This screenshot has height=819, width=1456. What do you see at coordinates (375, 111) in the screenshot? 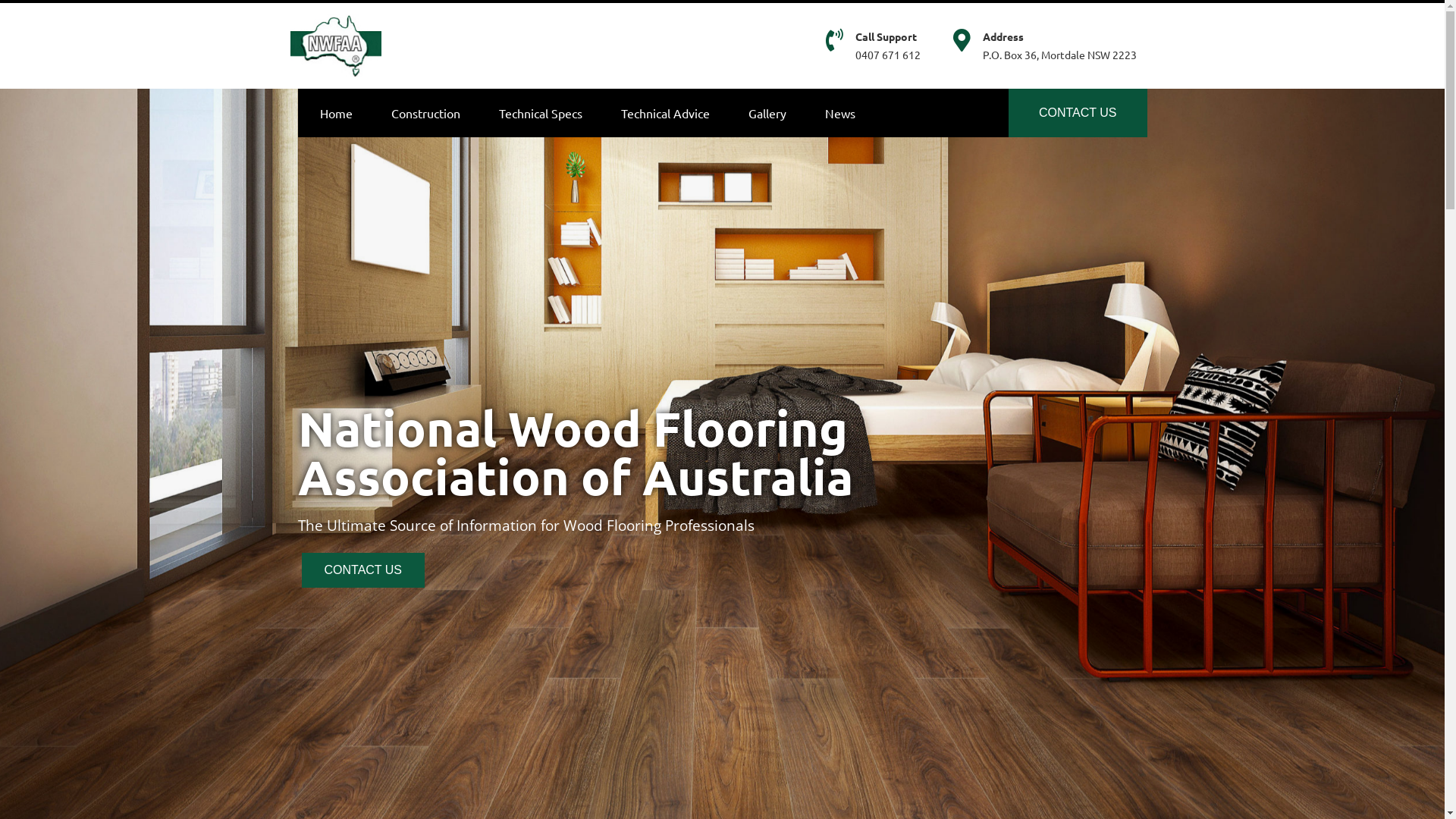
I see `'Construction'` at bounding box center [375, 111].